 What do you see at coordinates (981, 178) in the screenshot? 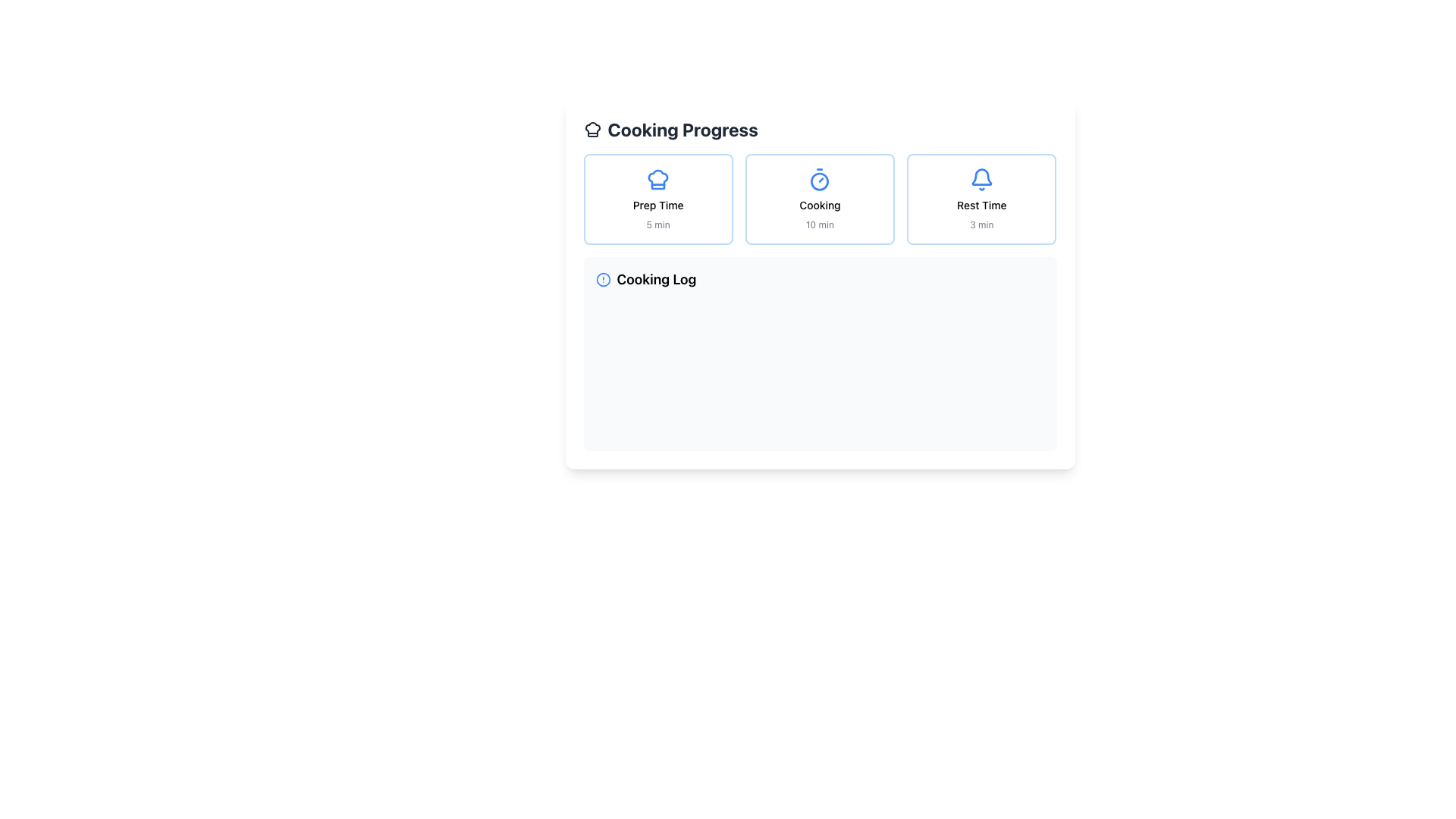
I see `the blue bell icon located at the top of the 'Rest Time' card, which is the third card in the row, positioned in the top-right of the 'Cooking Progress' section` at bounding box center [981, 178].